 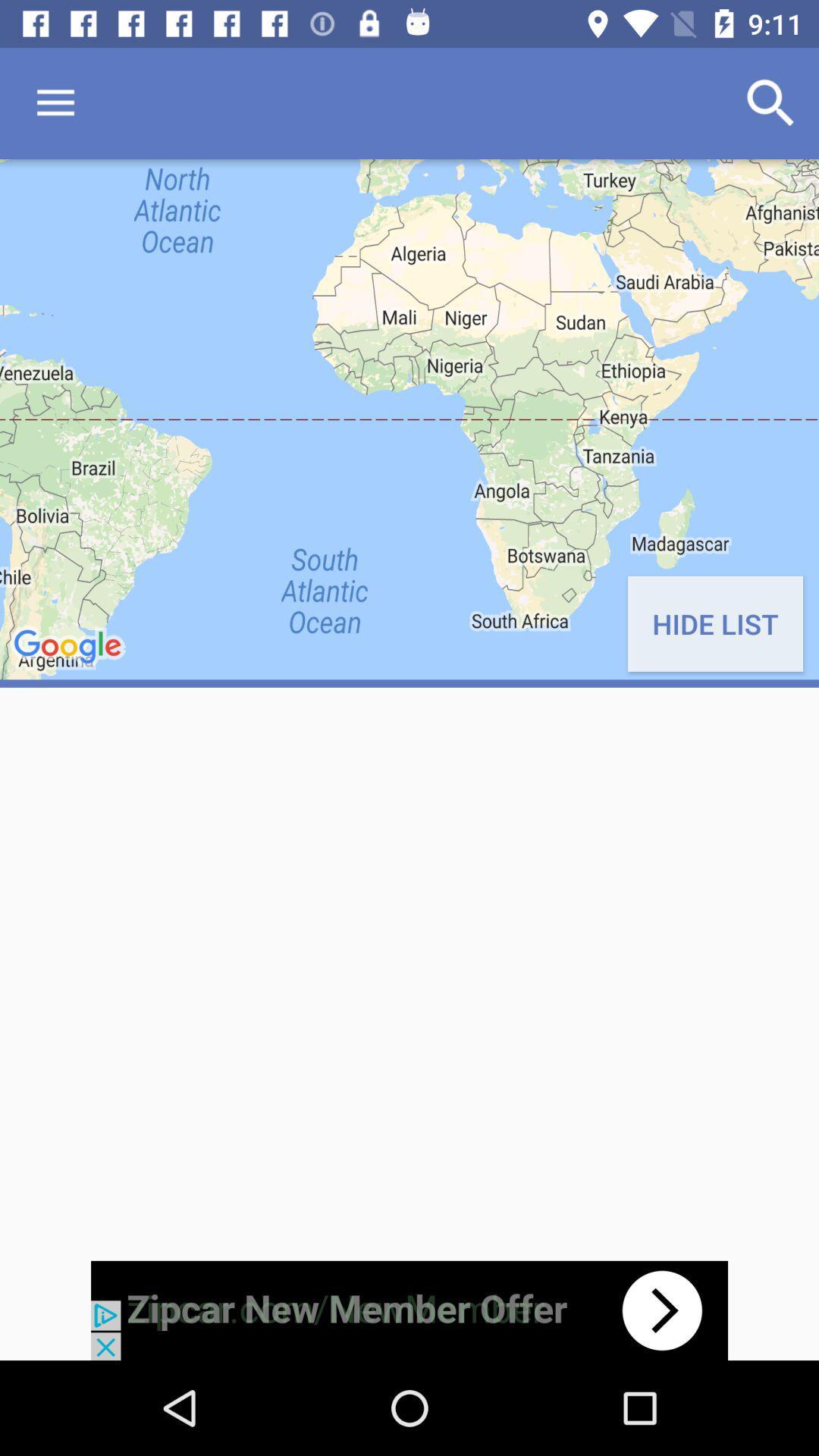 I want to click on hide list item, so click(x=715, y=623).